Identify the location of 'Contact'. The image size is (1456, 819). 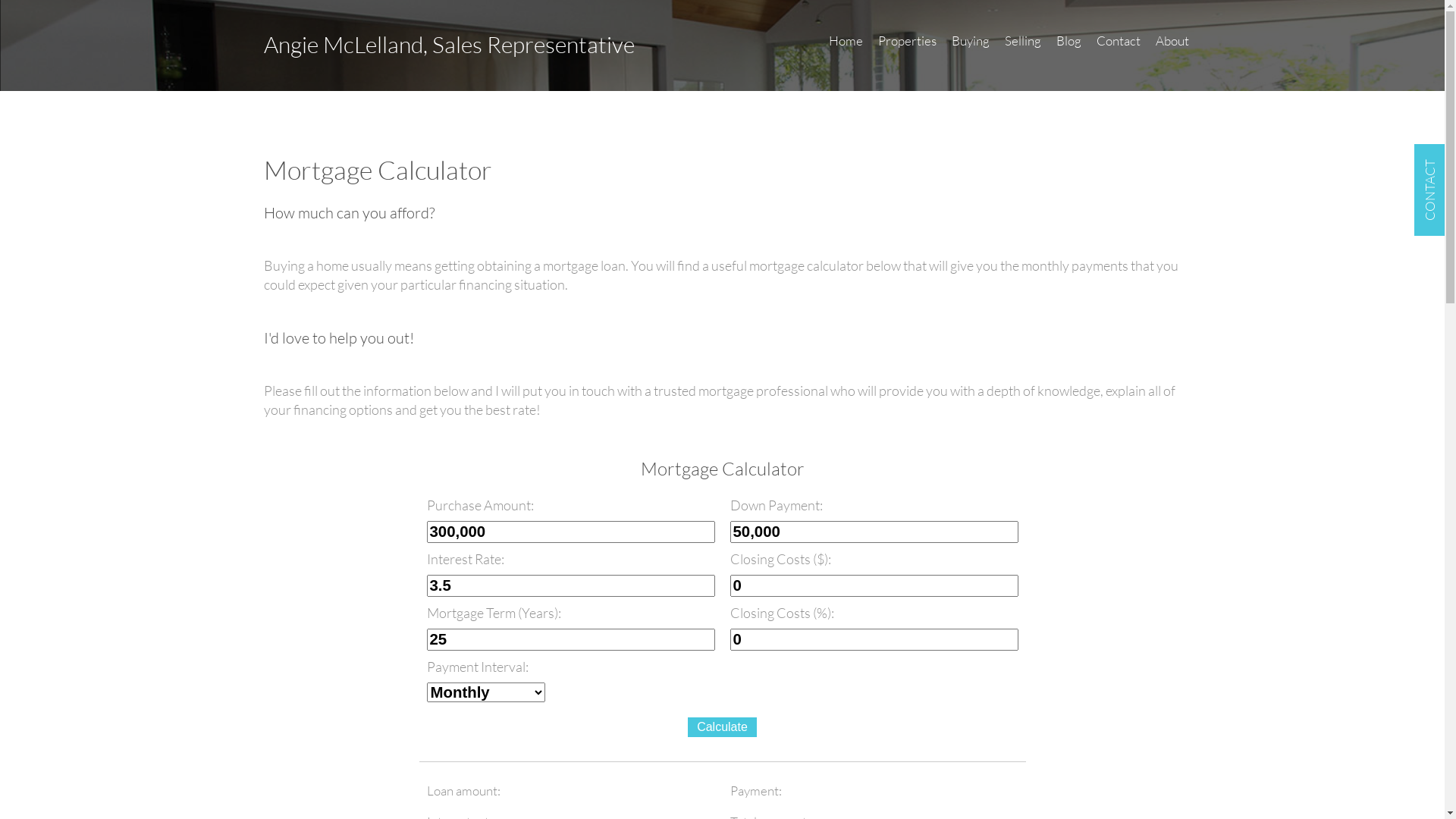
(1118, 45).